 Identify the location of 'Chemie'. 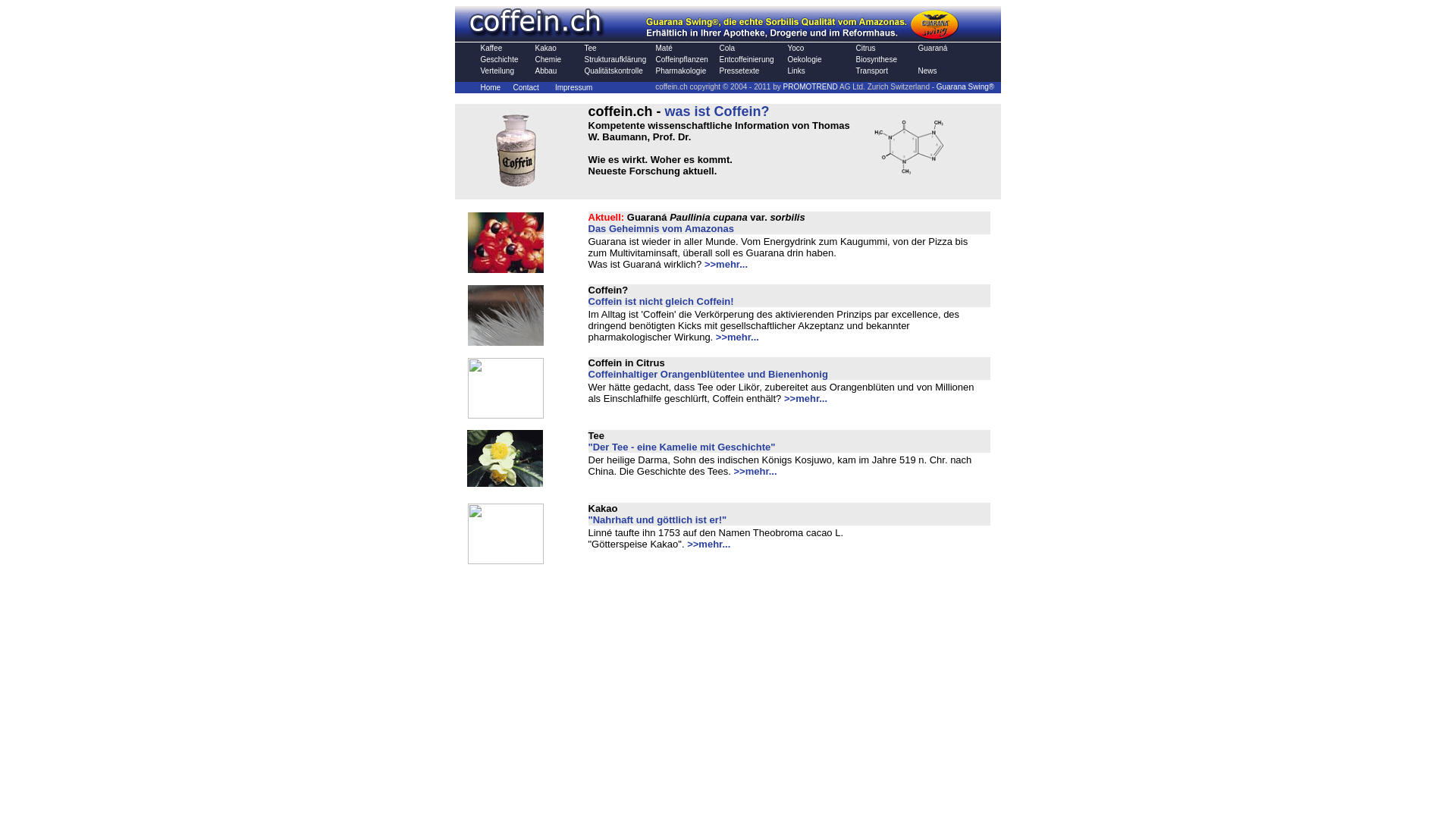
(548, 58).